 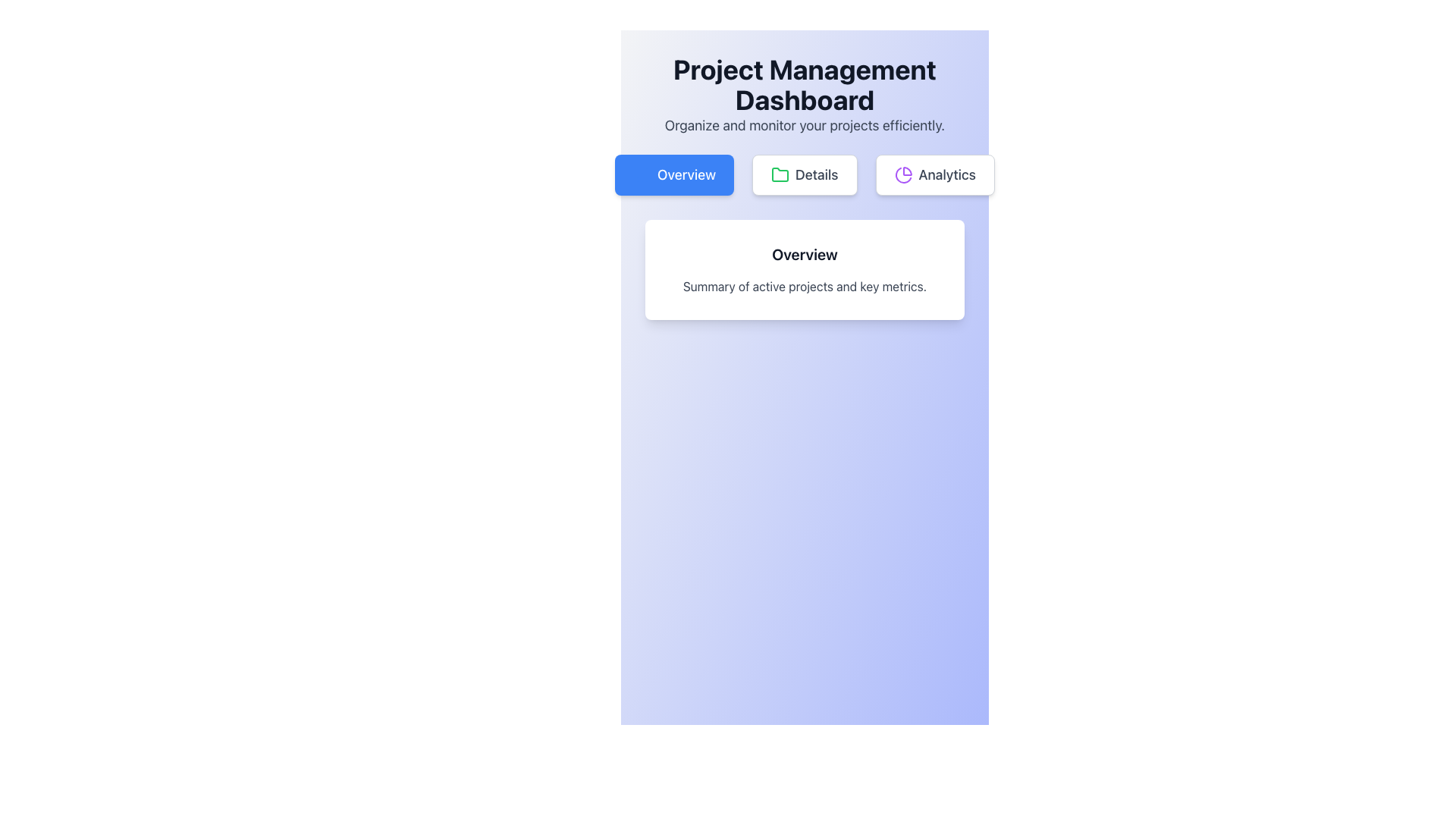 What do you see at coordinates (780, 174) in the screenshot?
I see `the green folder icon located to the left of the 'Details' button, which is centrally positioned under the header section for page navigation` at bounding box center [780, 174].